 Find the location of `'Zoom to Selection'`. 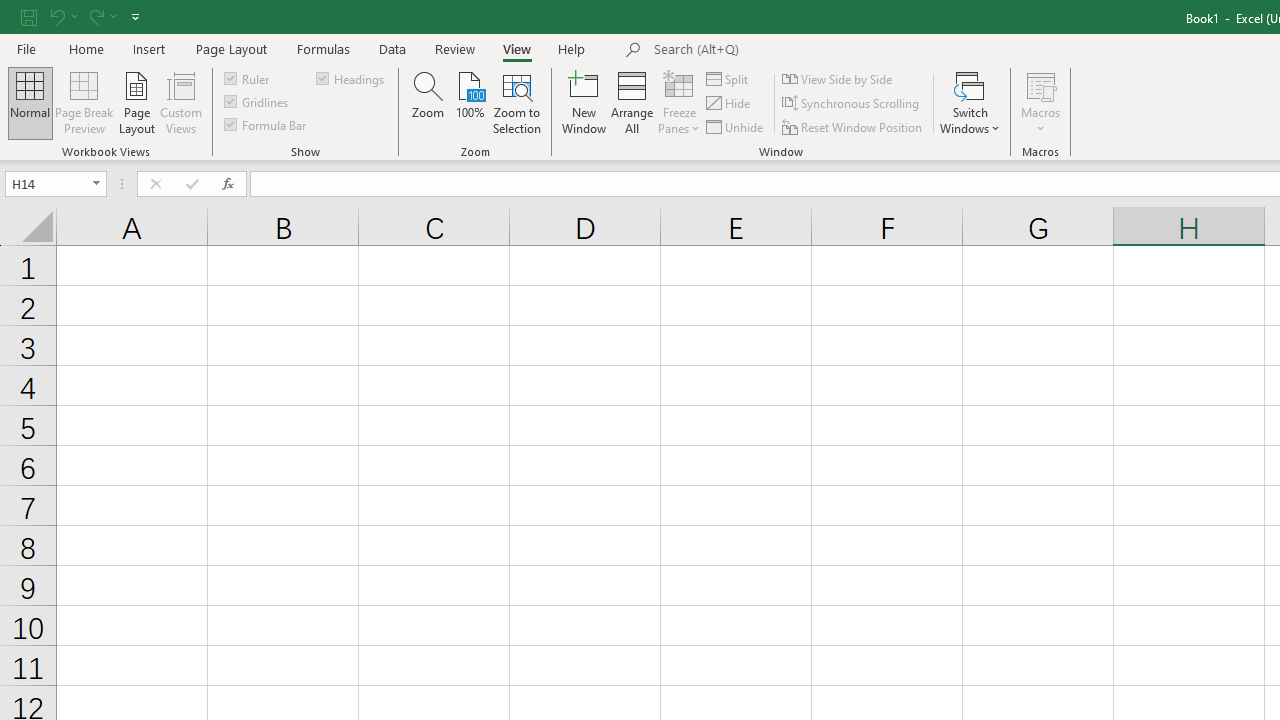

'Zoom to Selection' is located at coordinates (517, 103).